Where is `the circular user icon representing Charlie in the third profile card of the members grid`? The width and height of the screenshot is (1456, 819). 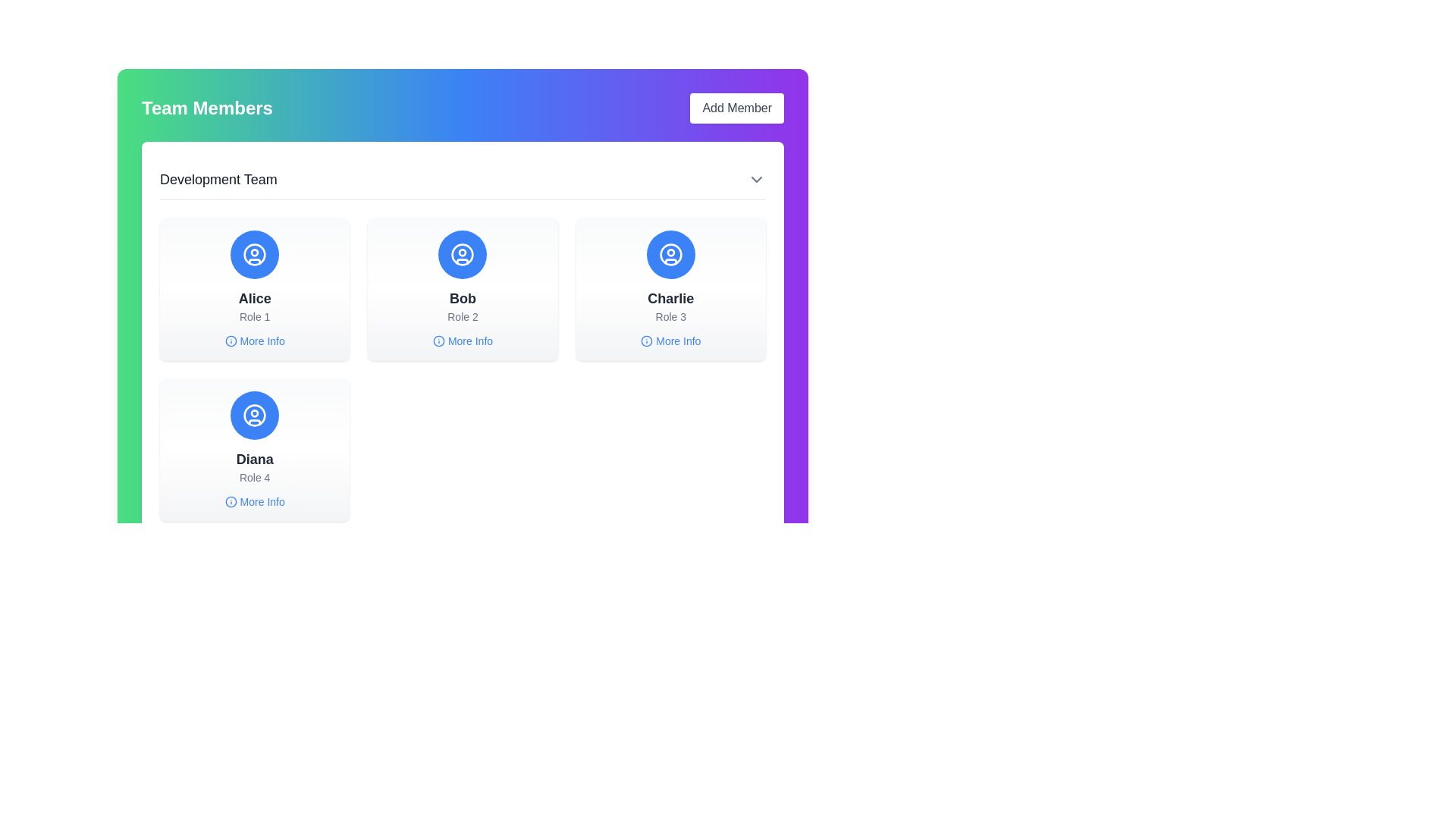
the circular user icon representing Charlie in the third profile card of the members grid is located at coordinates (670, 253).